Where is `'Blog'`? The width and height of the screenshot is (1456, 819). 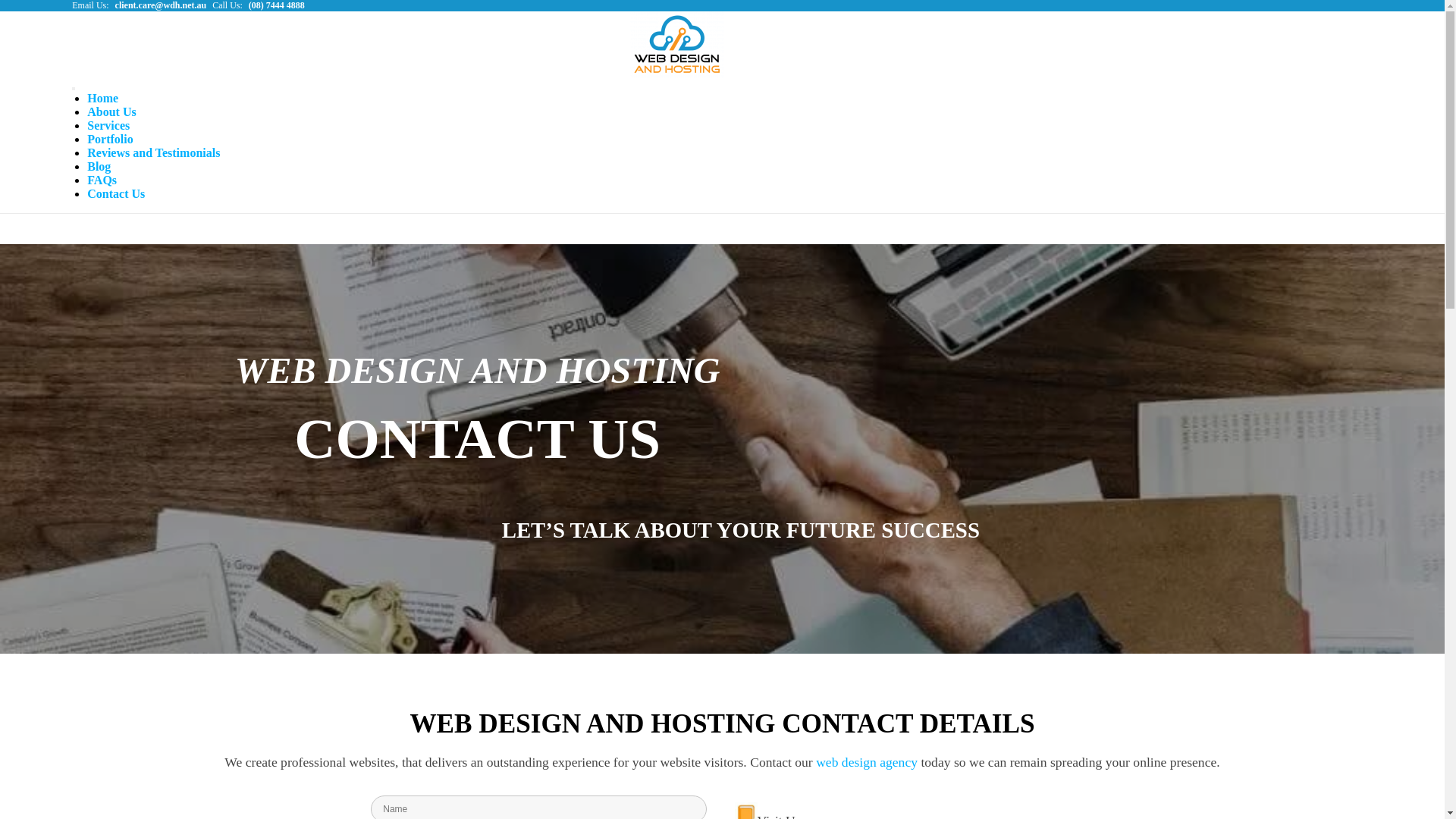
'Blog' is located at coordinates (98, 166).